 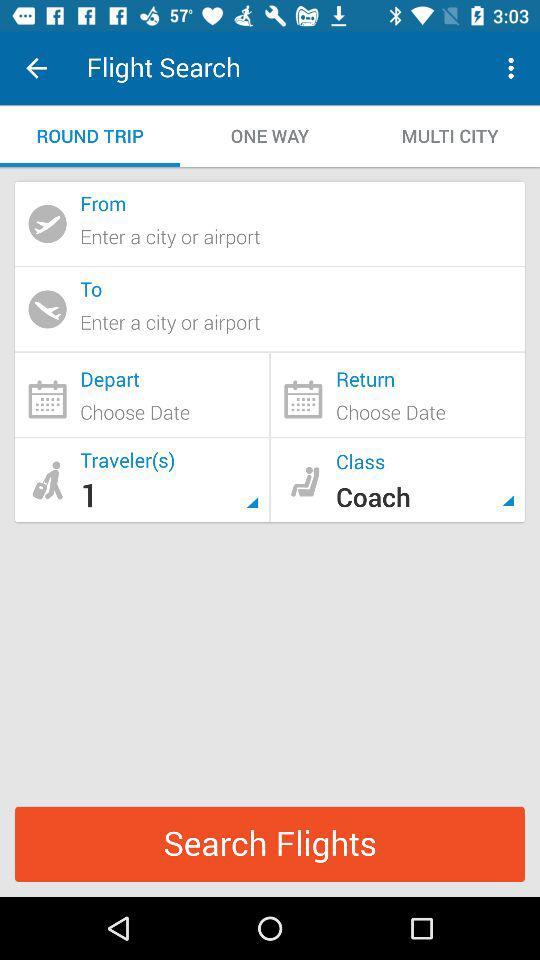 What do you see at coordinates (36, 68) in the screenshot?
I see `item next to the flight search icon` at bounding box center [36, 68].